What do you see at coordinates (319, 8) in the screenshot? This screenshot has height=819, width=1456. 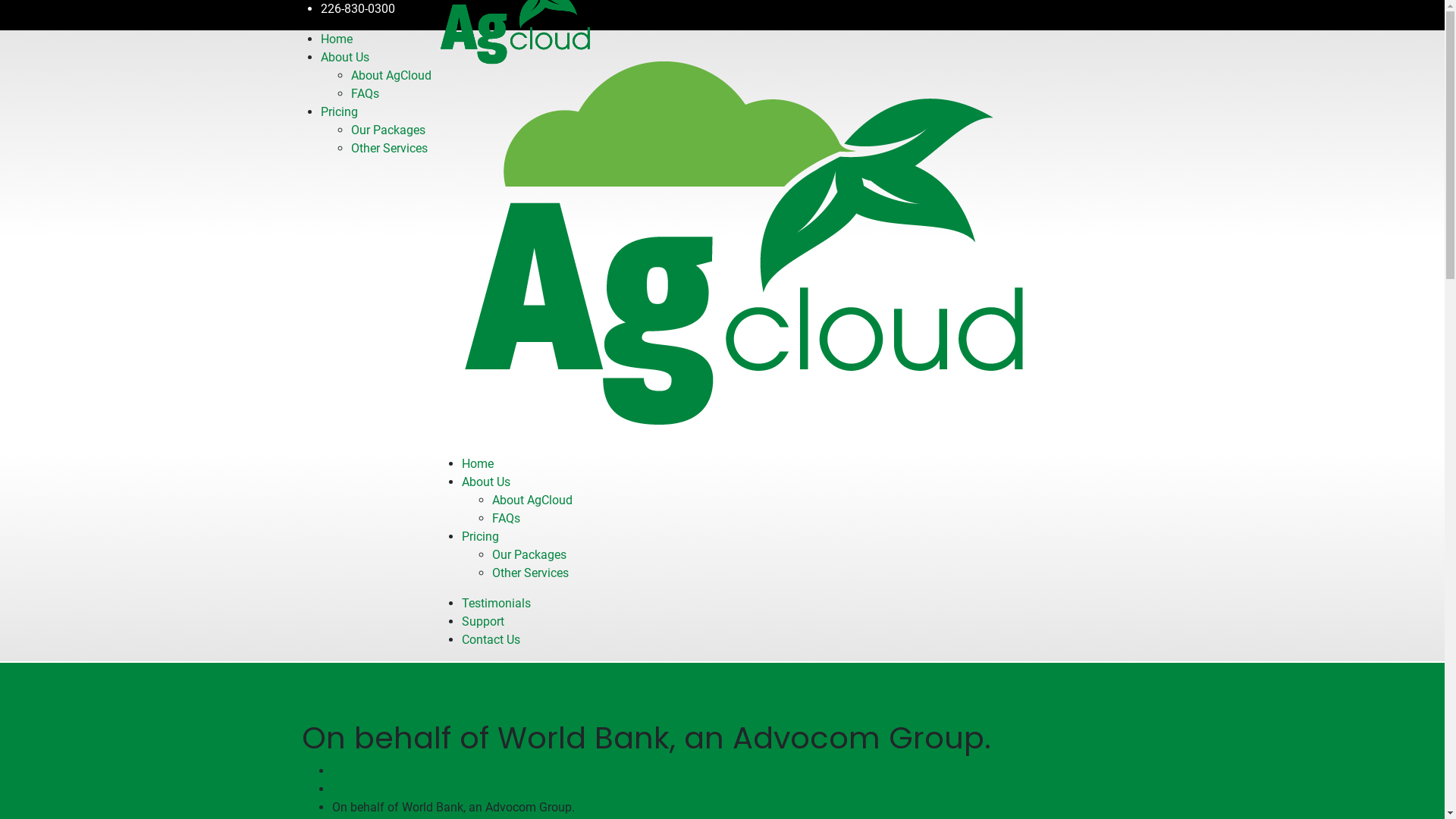 I see `'226-830-0300'` at bounding box center [319, 8].